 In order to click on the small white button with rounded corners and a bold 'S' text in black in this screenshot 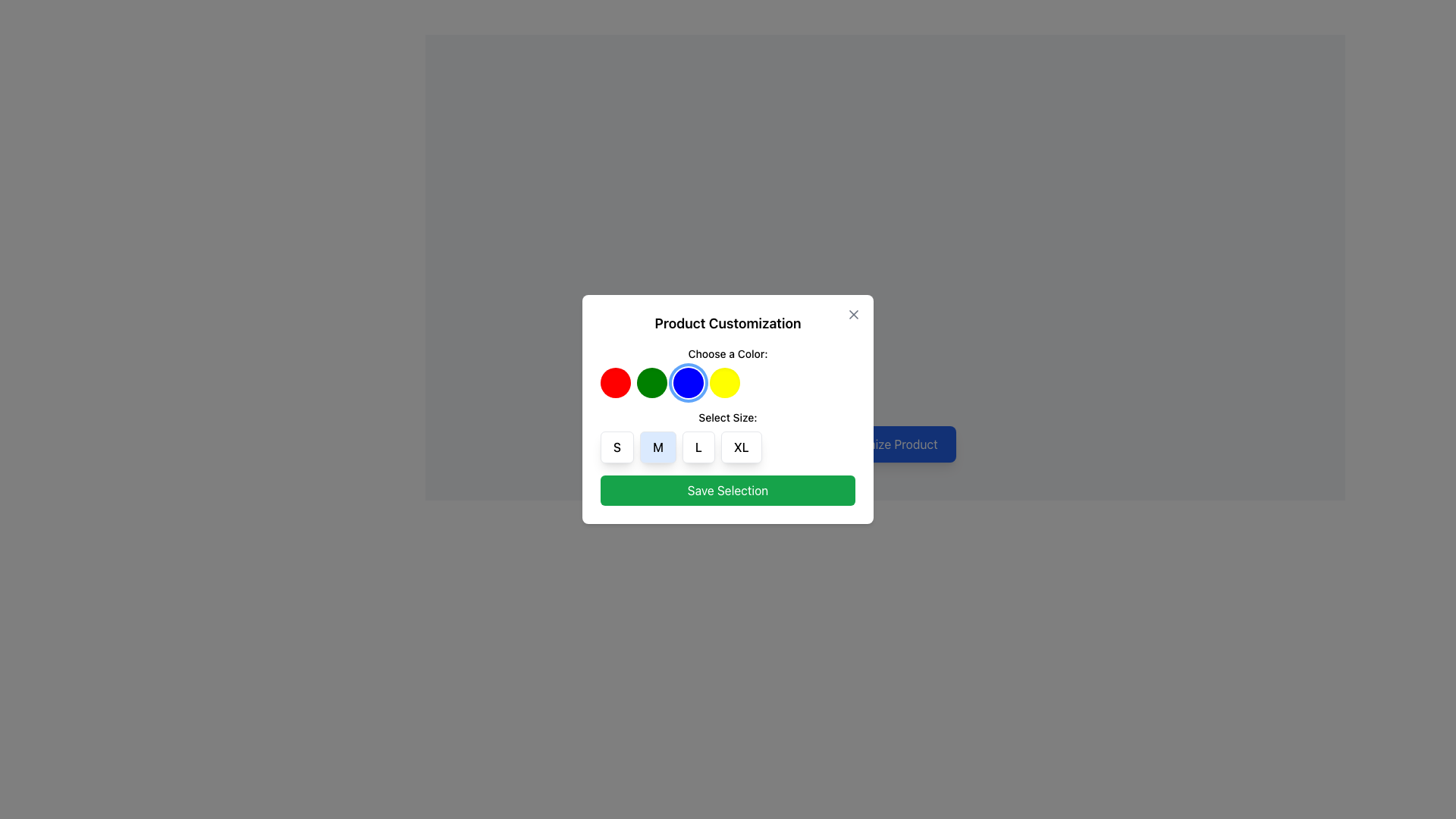, I will do `click(617, 447)`.